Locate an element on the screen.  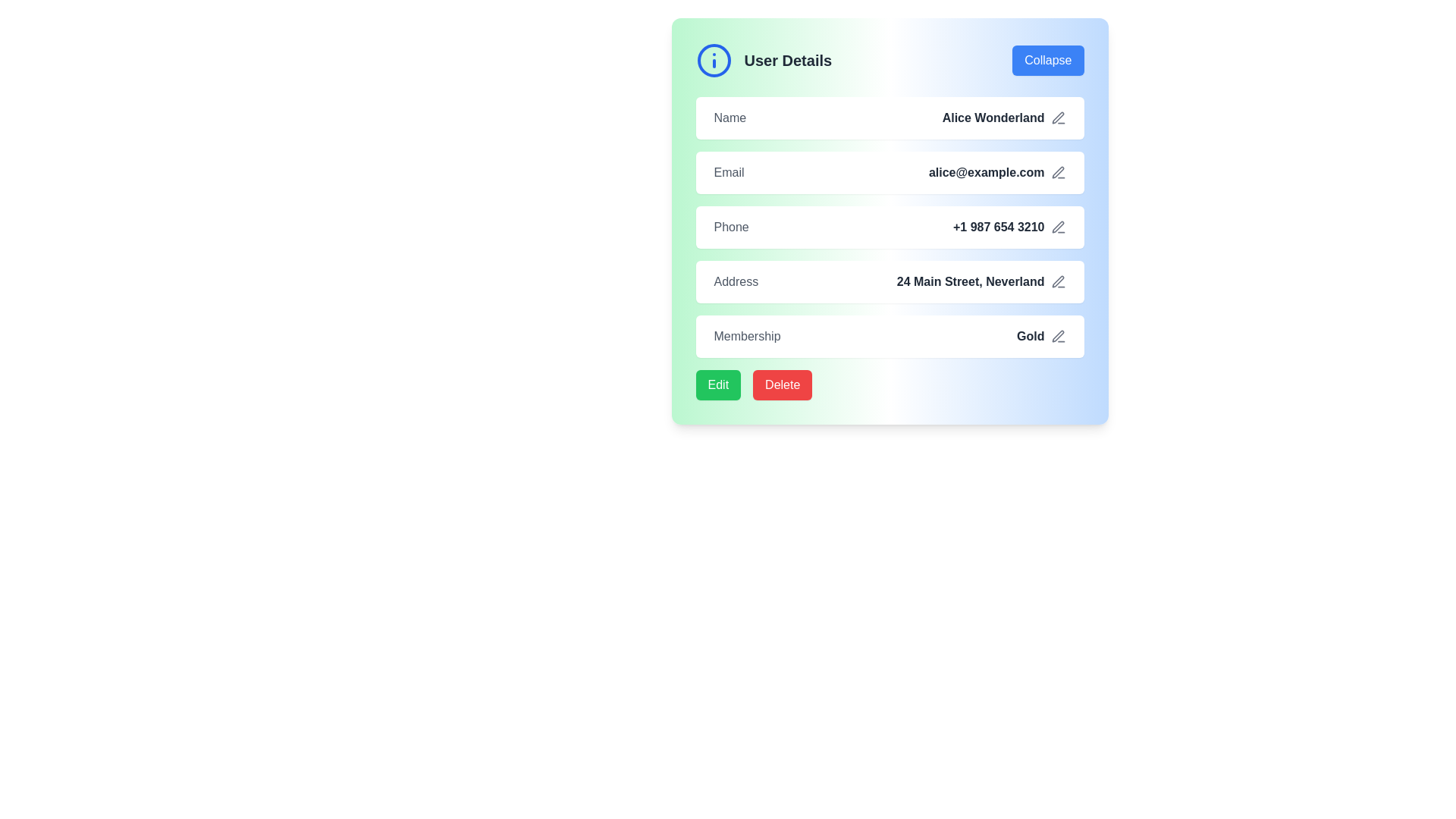
the small pen icon located to the right of the phone number '+1 987 654 3210' in the 'User Details' interface to trigger visual feedback is located at coordinates (1057, 227).